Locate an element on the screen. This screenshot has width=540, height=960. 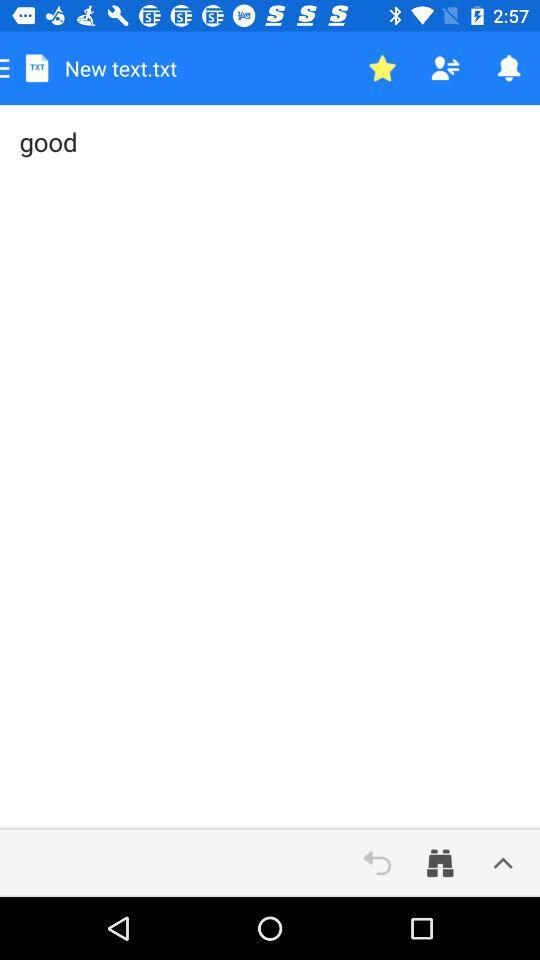
go up is located at coordinates (502, 862).